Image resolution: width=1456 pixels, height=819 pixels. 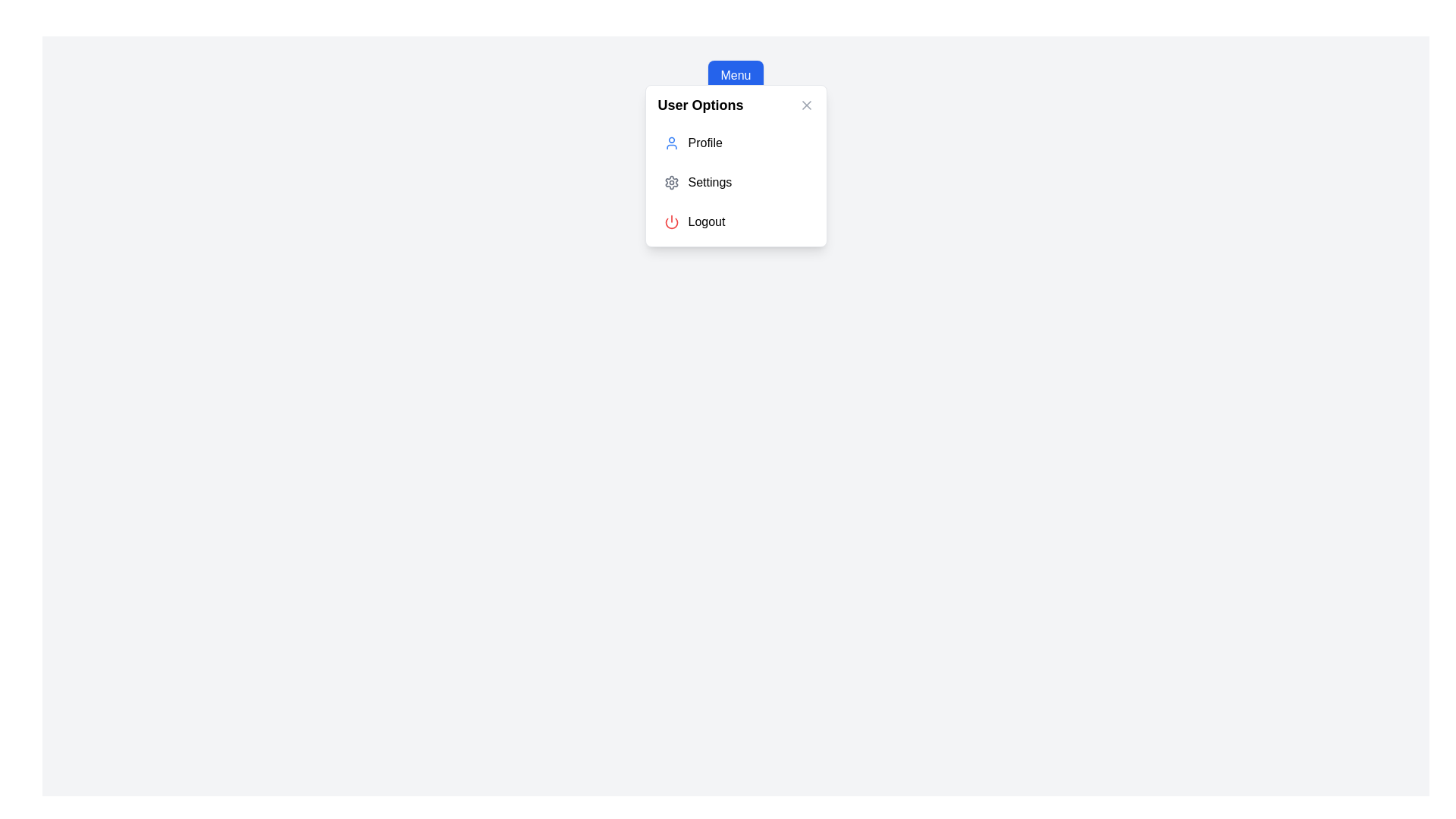 I want to click on the 'Settings' text label, which is styled in a black sans-serif font, located next to a gear icon inside a light gray modal panel labeled 'User Options', so click(x=709, y=181).